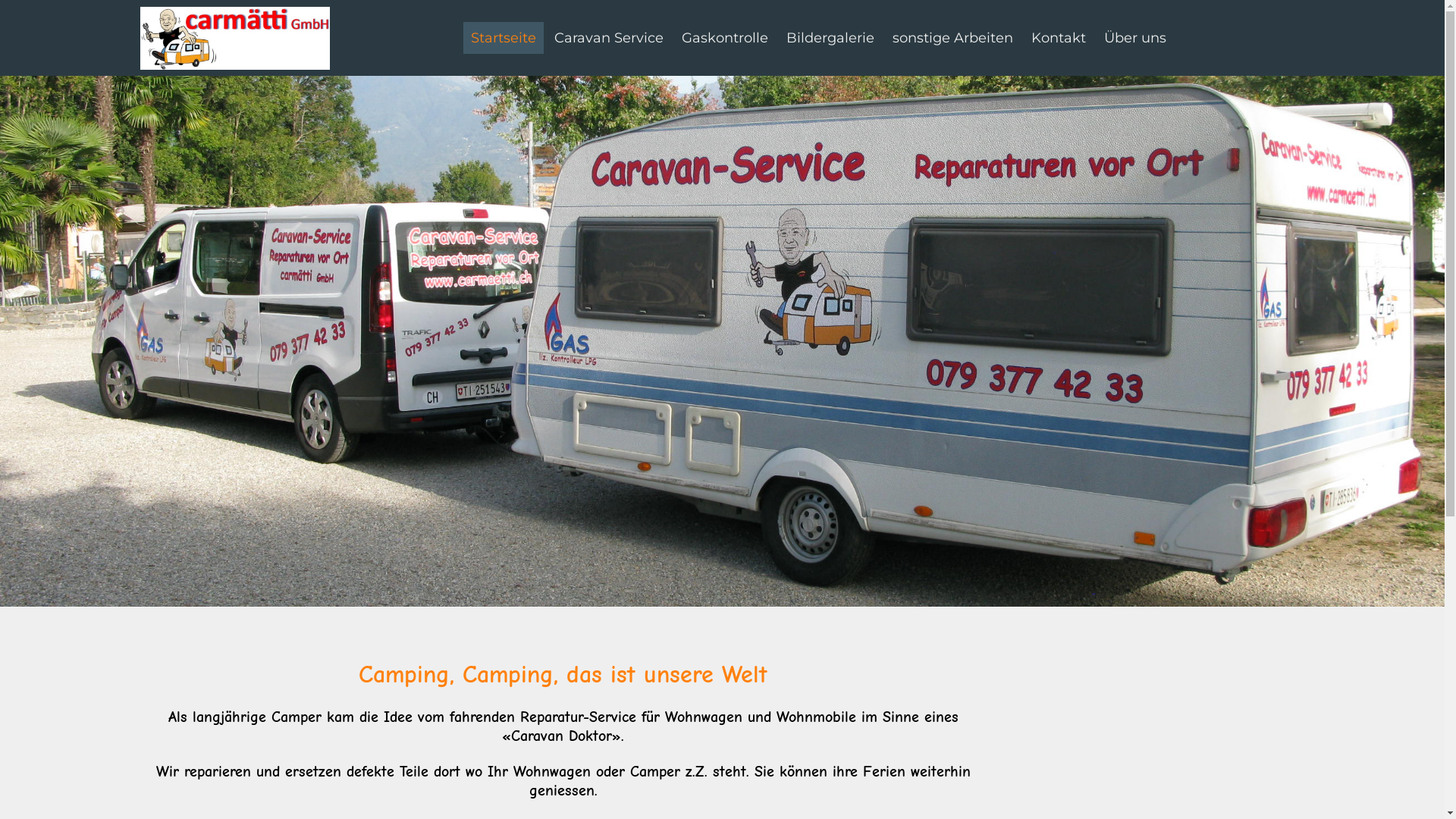 The width and height of the screenshot is (1456, 819). I want to click on 'Caravan Service', so click(608, 37).